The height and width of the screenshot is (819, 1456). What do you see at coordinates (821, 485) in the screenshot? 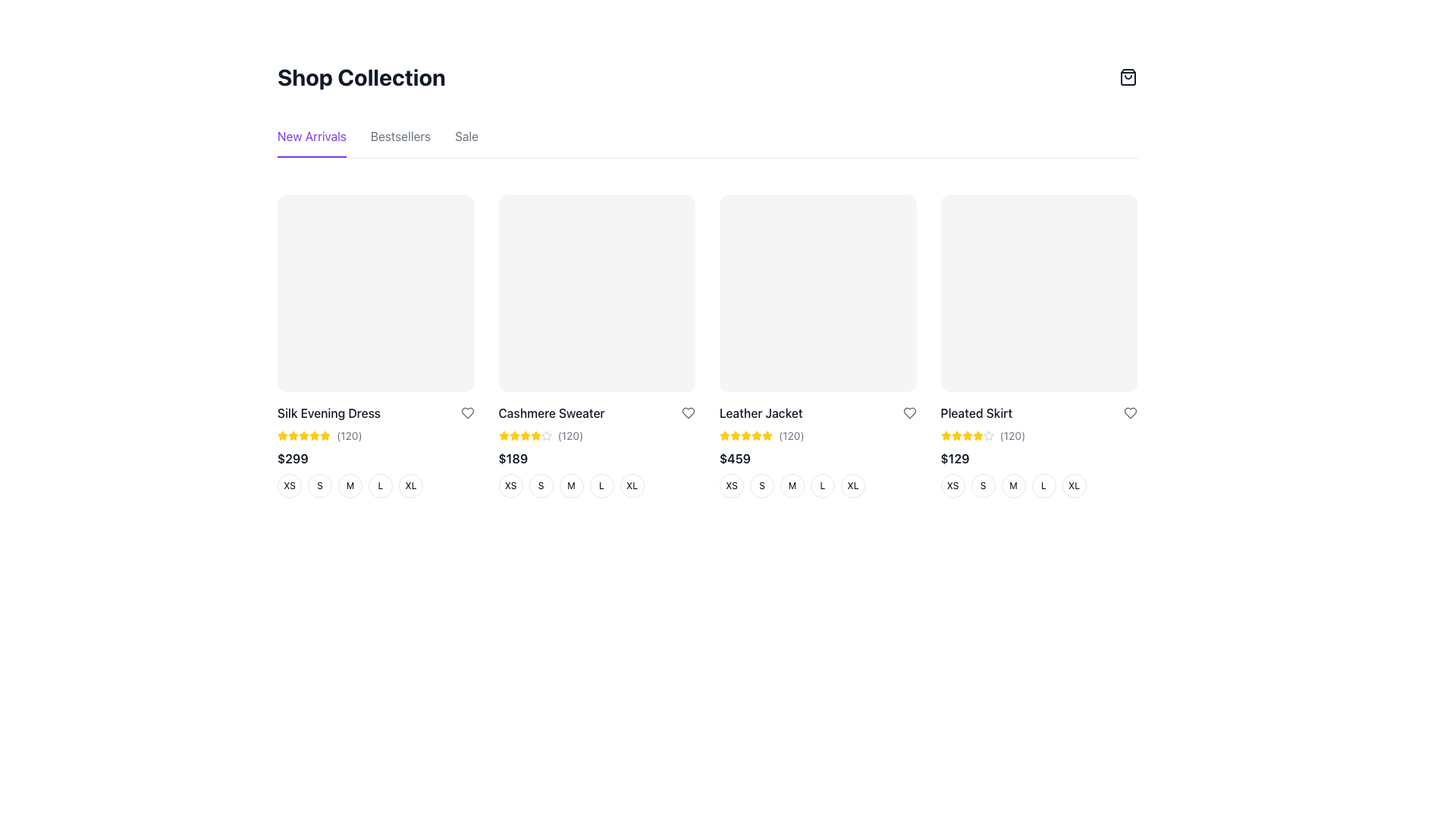
I see `the selectable size option button labeled 'L'` at bounding box center [821, 485].